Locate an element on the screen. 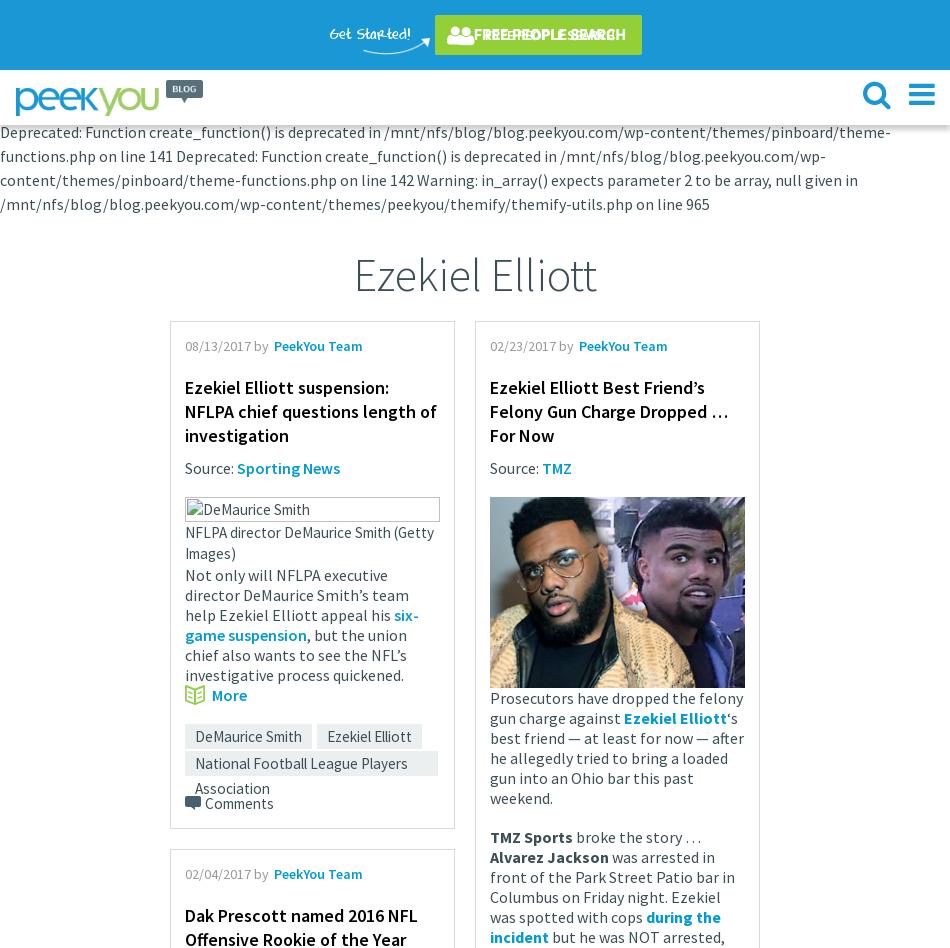 This screenshot has width=950, height=948. 'Not only will NFLPA executive director DeMaurice Smith’s team help Ezekiel Elliott appeal his' is located at coordinates (295, 593).